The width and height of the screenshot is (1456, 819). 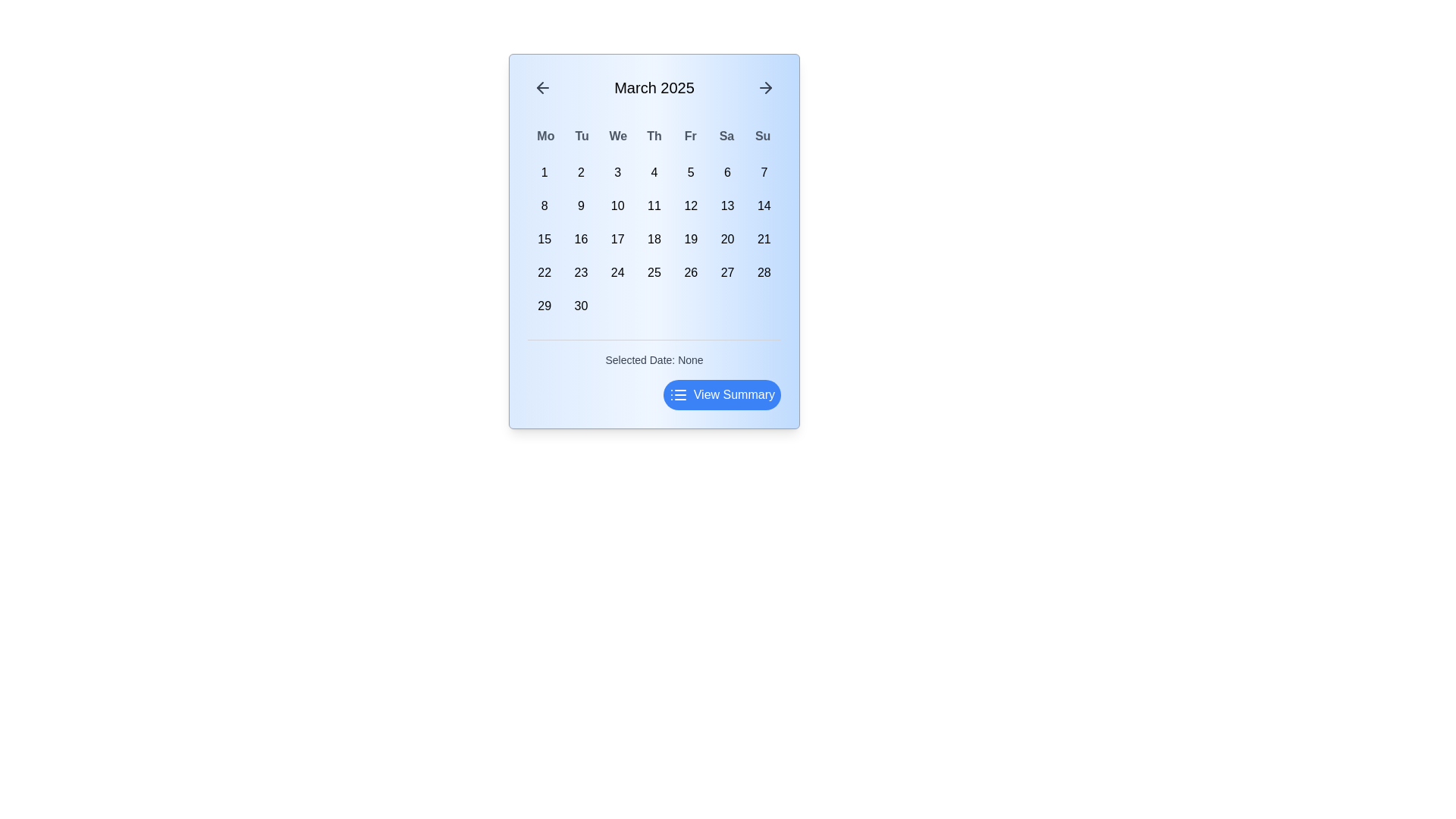 What do you see at coordinates (726, 171) in the screenshot?
I see `the button representing the date March 6, 2025` at bounding box center [726, 171].